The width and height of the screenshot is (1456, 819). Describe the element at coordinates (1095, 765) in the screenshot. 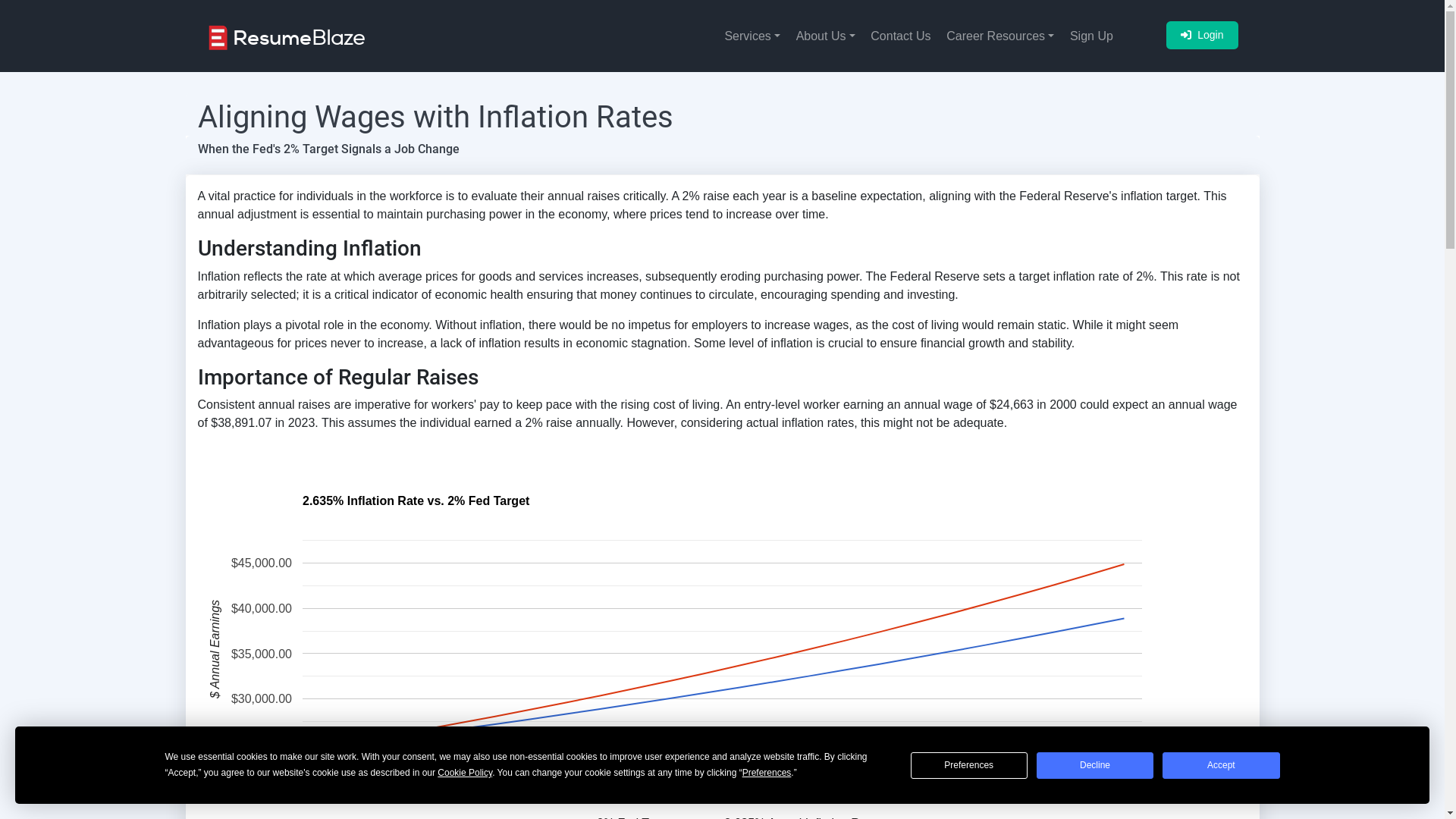

I see `'Decline'` at that location.